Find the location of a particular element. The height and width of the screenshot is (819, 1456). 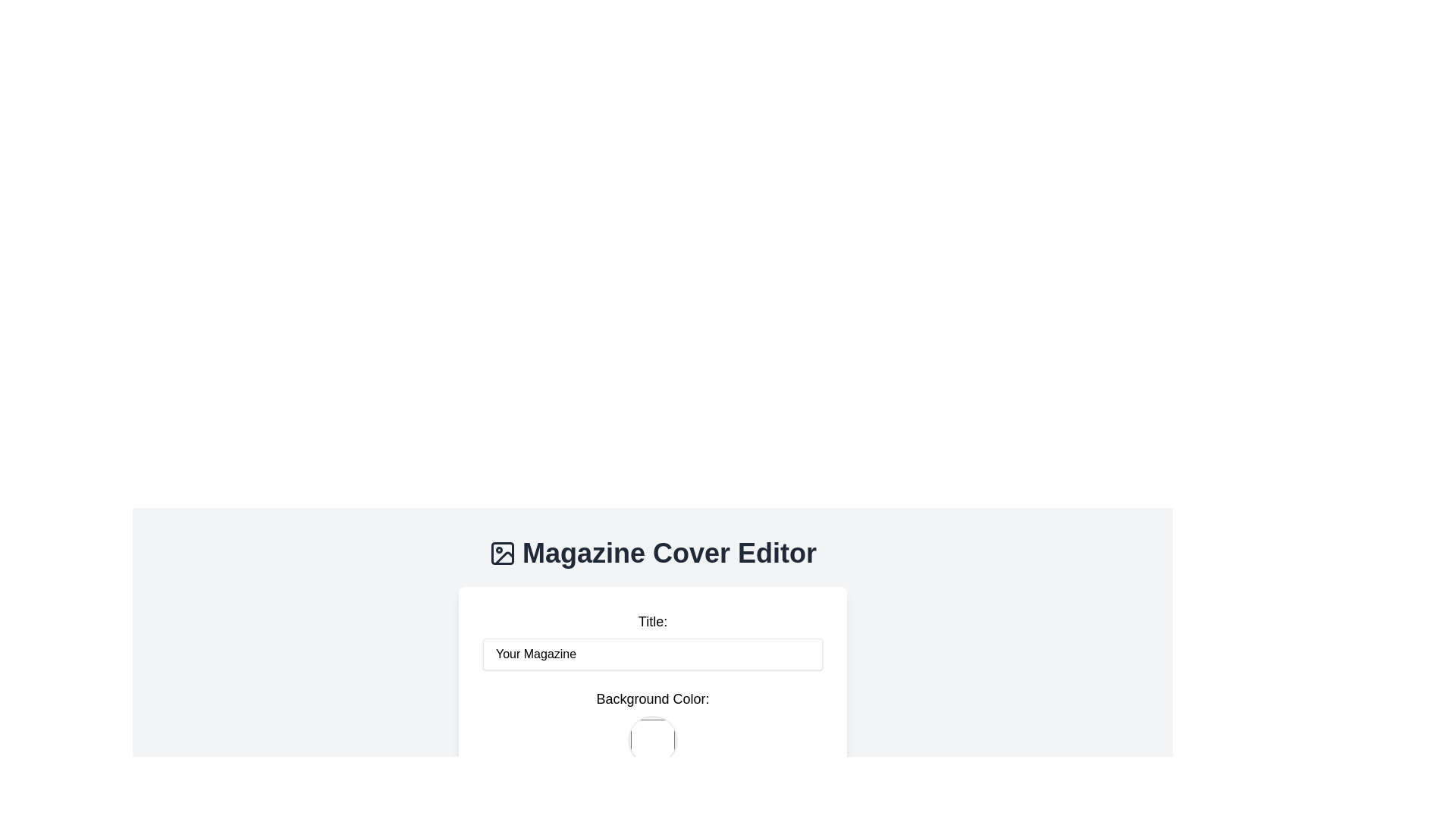

the Color Picker element located below the 'Title' text input in the magazine editor interface is located at coordinates (652, 726).